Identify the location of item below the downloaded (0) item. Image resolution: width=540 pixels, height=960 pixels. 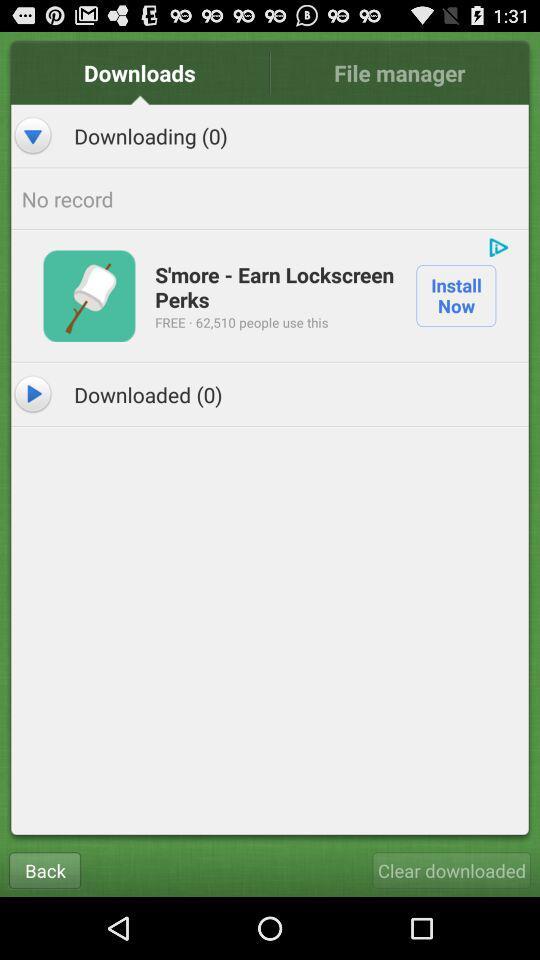
(44, 869).